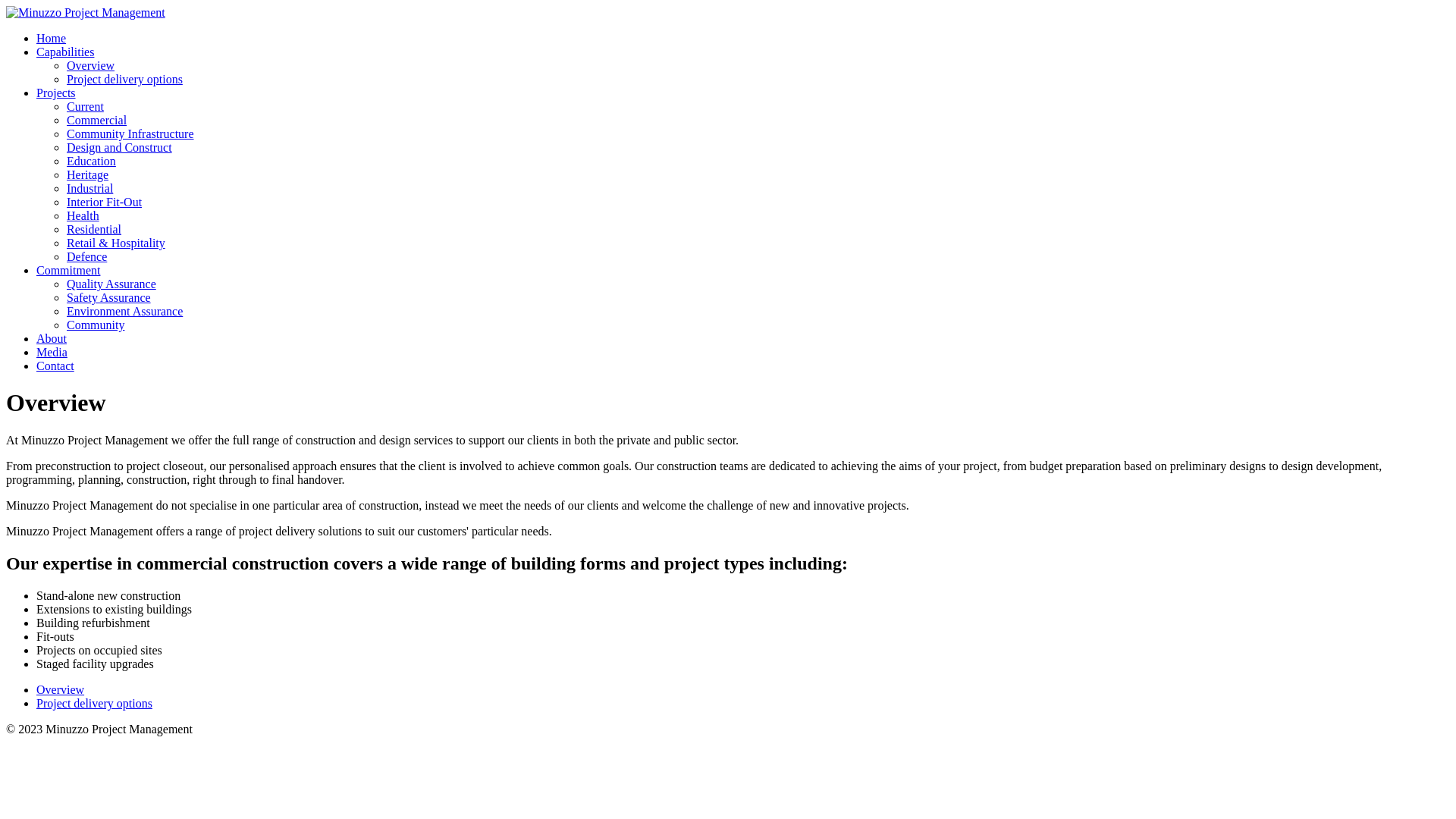  Describe the element at coordinates (65, 256) in the screenshot. I see `'Defence'` at that location.